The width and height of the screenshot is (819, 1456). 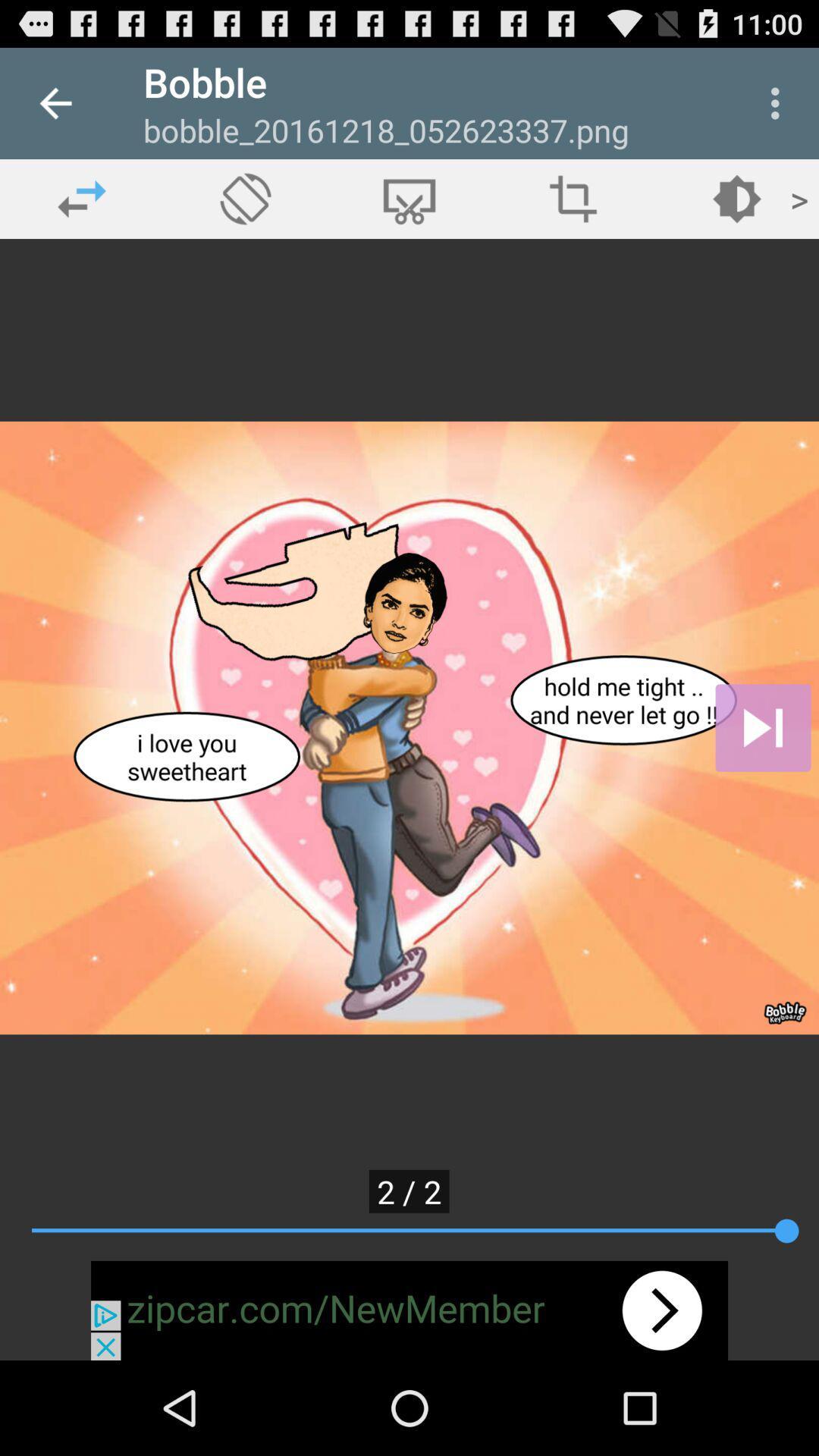 I want to click on edit brightness, so click(x=736, y=198).